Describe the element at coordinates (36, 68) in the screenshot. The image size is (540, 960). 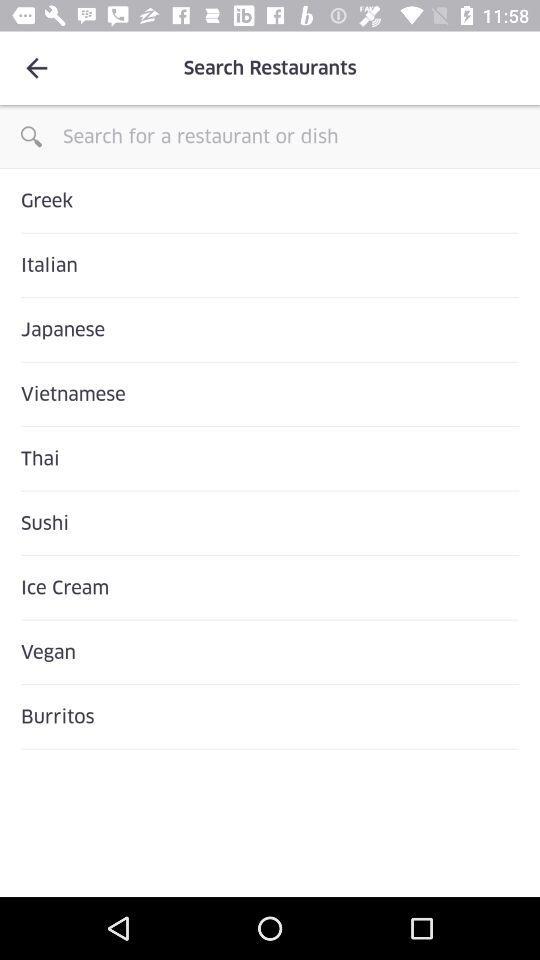
I see `the icon next to search restaurants` at that location.